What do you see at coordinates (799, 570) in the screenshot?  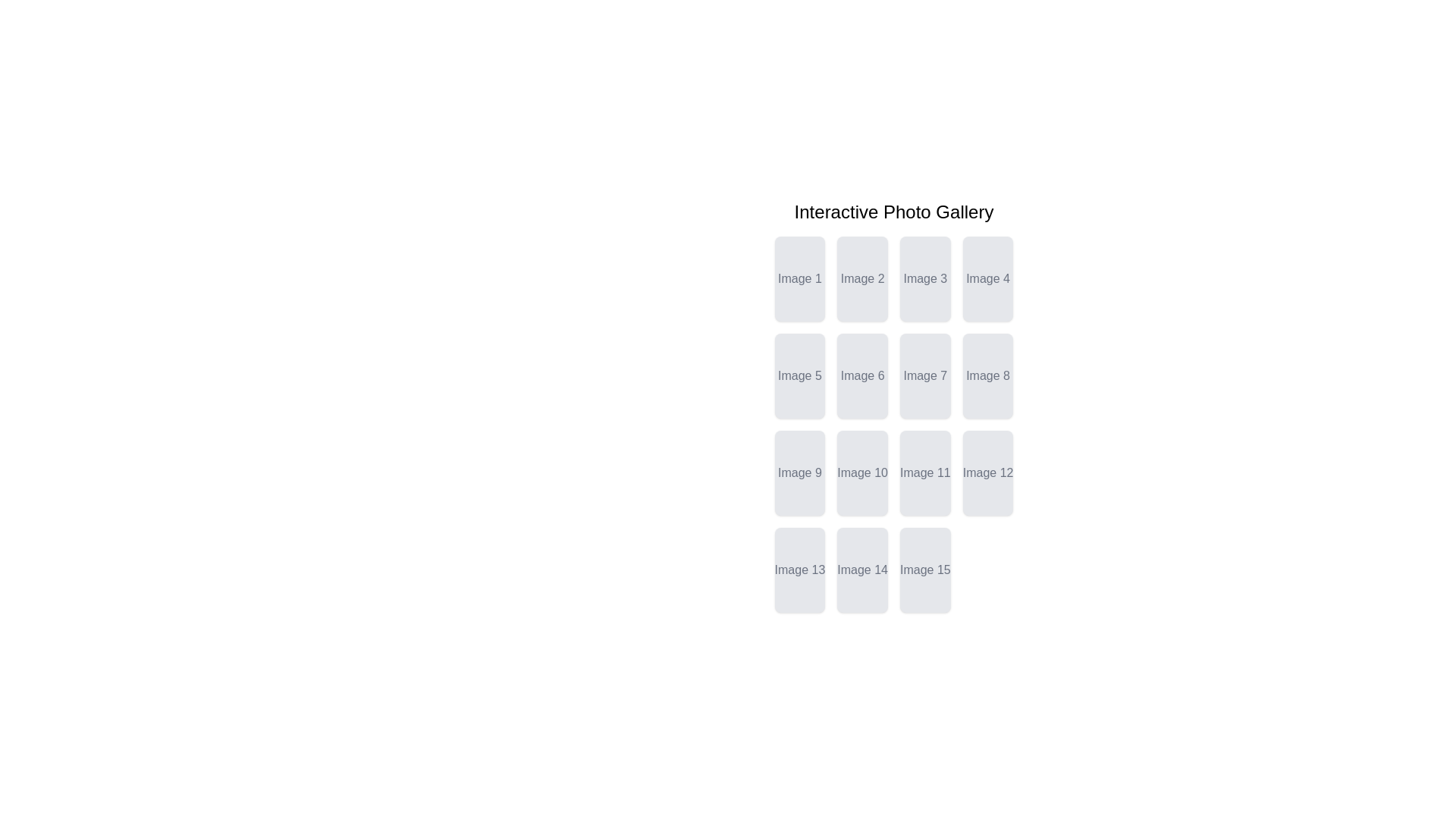 I see `the interactive grid item labeled 'Image 13' located in the last row of the grid layout on the far left` at bounding box center [799, 570].